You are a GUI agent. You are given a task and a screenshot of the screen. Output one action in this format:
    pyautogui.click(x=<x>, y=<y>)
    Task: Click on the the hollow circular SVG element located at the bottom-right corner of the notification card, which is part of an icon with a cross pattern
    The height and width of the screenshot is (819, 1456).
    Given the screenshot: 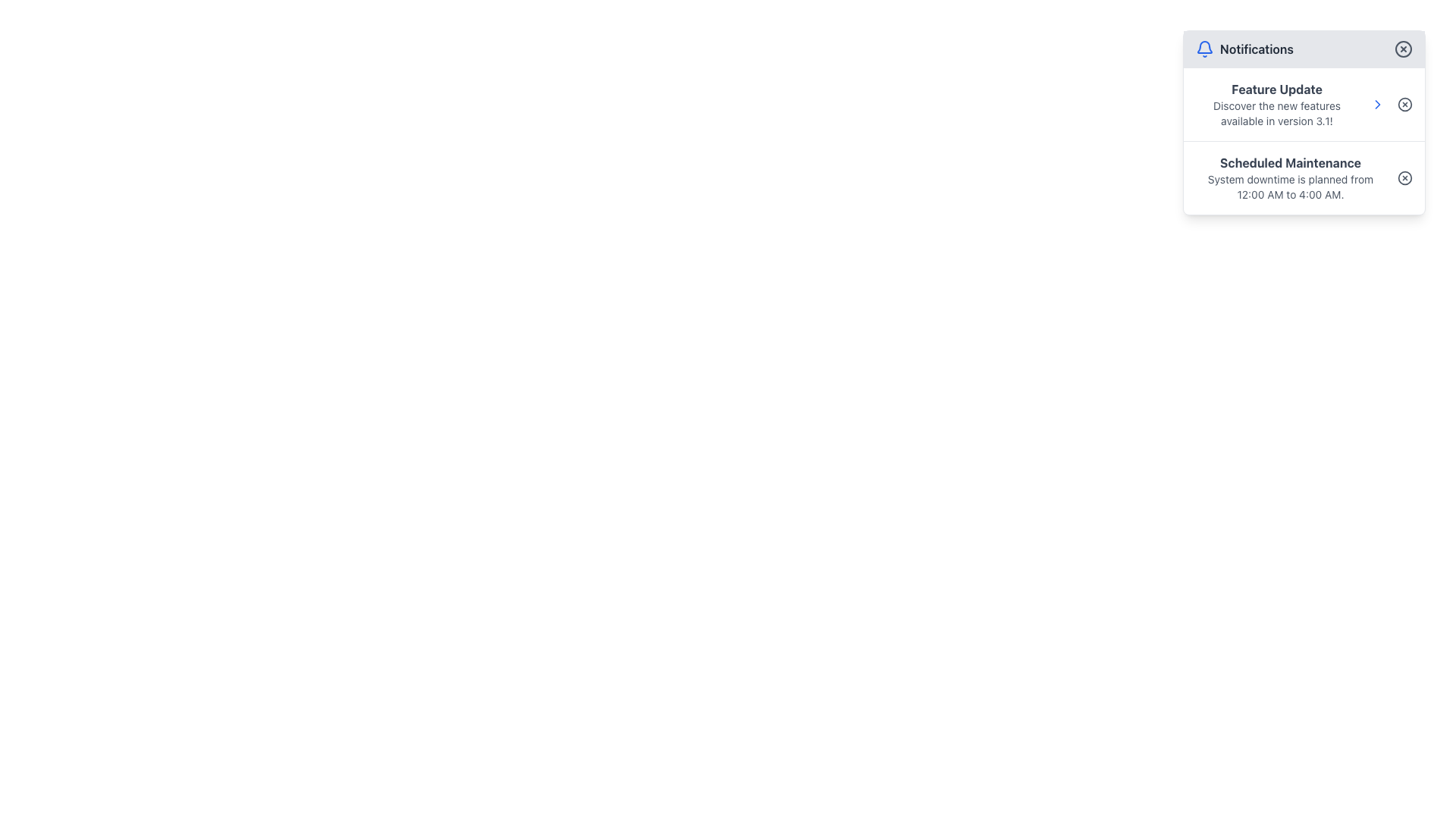 What is the action you would take?
    pyautogui.click(x=1404, y=177)
    